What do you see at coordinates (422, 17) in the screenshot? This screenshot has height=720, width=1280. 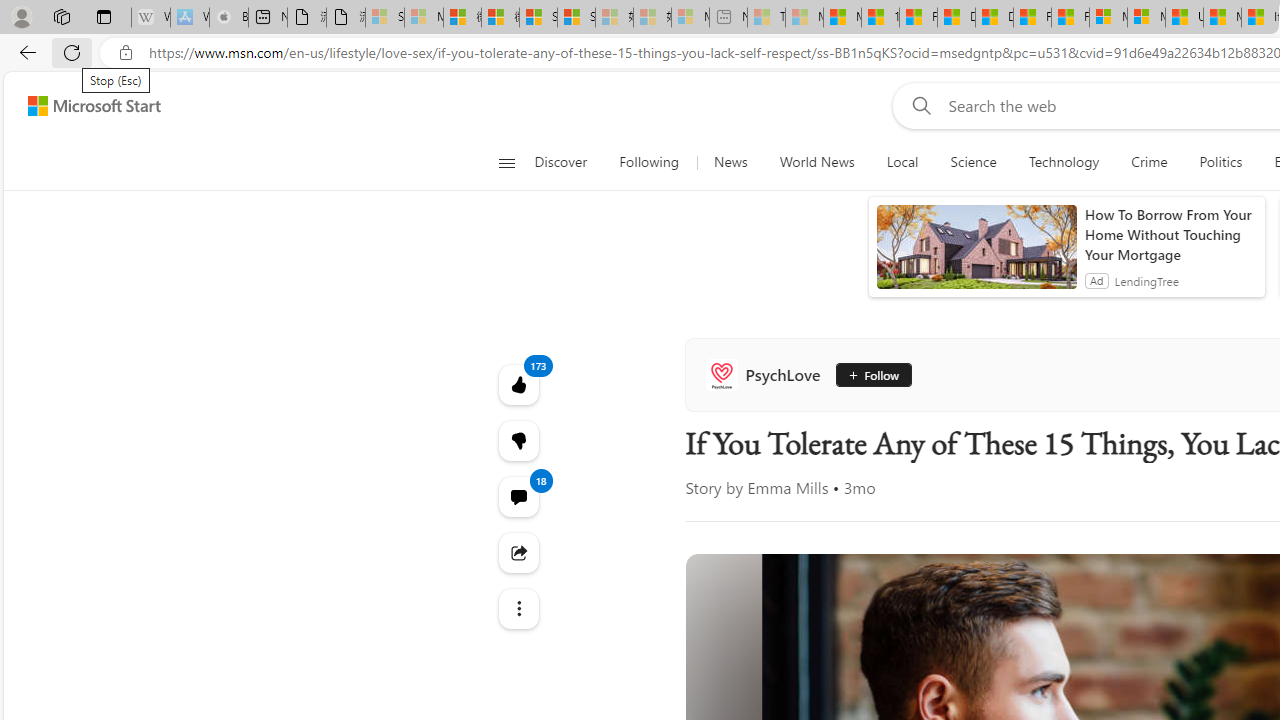 I see `'Microsoft Services Agreement - Sleeping'` at bounding box center [422, 17].